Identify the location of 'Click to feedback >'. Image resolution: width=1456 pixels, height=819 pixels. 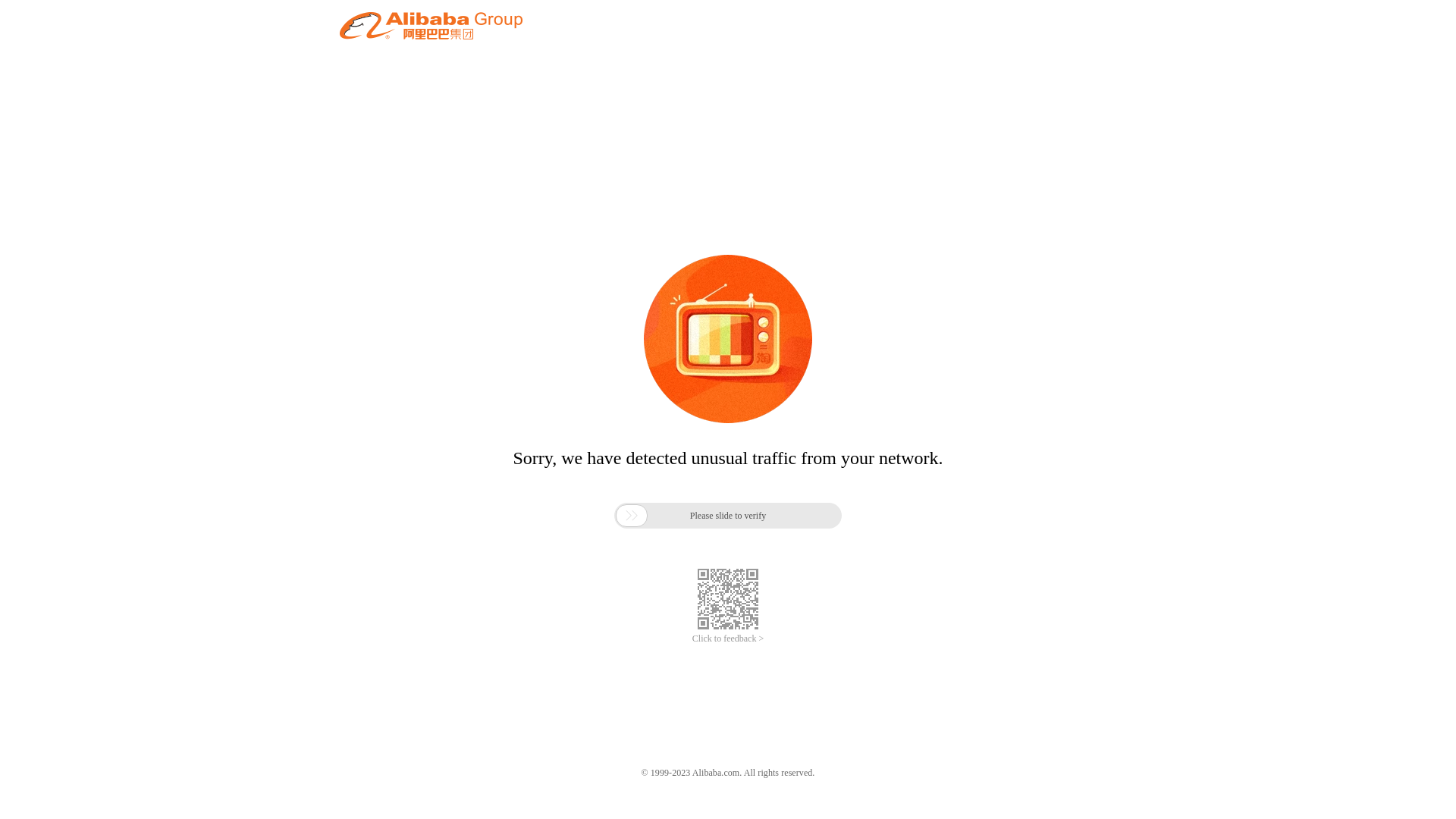
(728, 639).